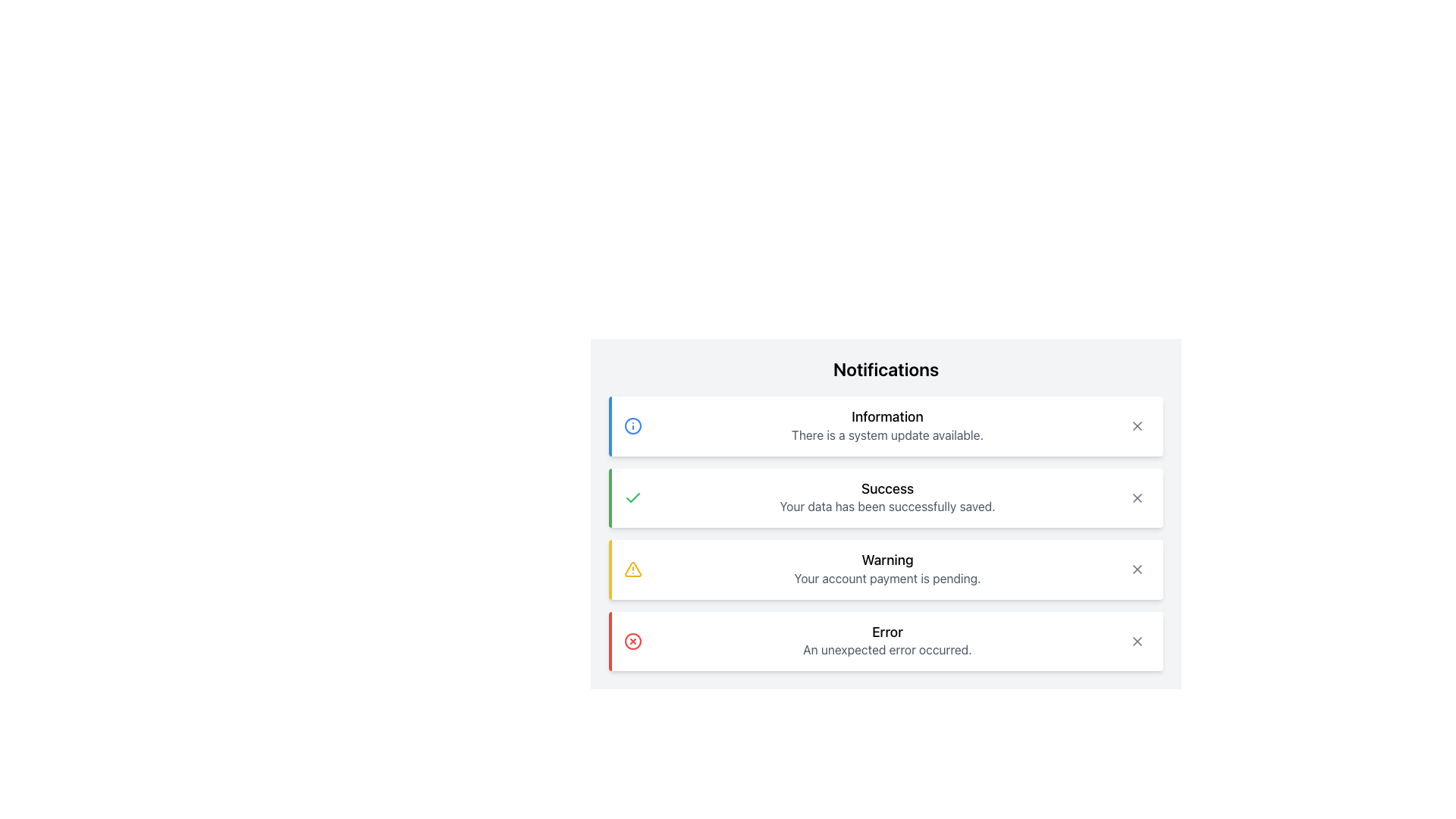 The height and width of the screenshot is (819, 1456). Describe the element at coordinates (633, 497) in the screenshot. I see `the success notification icon, which is marked by a green vertical bar on the left and is the second element from the top in the list of notifications` at that location.